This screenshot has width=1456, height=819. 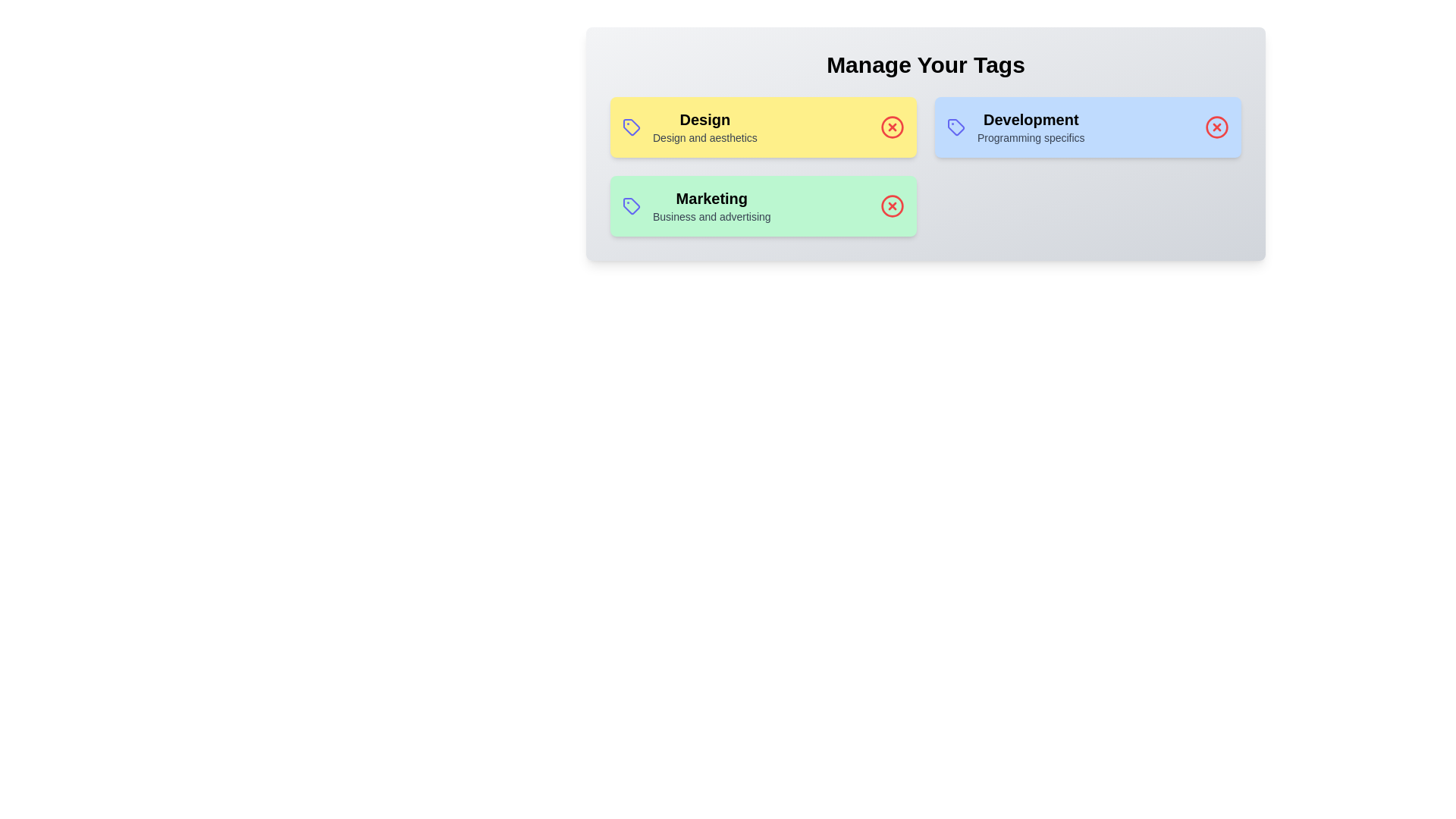 I want to click on the delete icon for the tag labeled Marketing, so click(x=892, y=206).